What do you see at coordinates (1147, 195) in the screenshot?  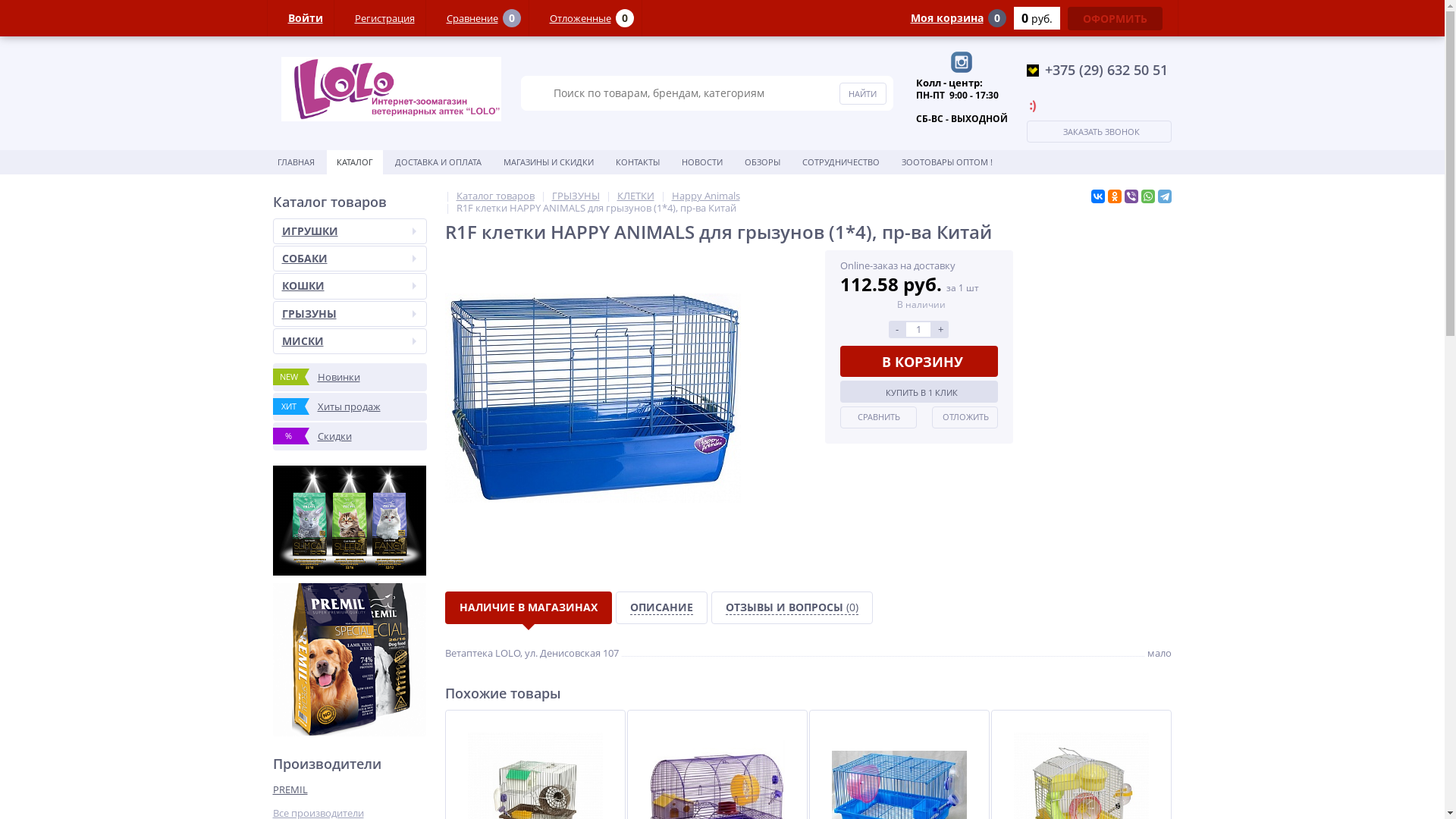 I see `'WhatsApp'` at bounding box center [1147, 195].